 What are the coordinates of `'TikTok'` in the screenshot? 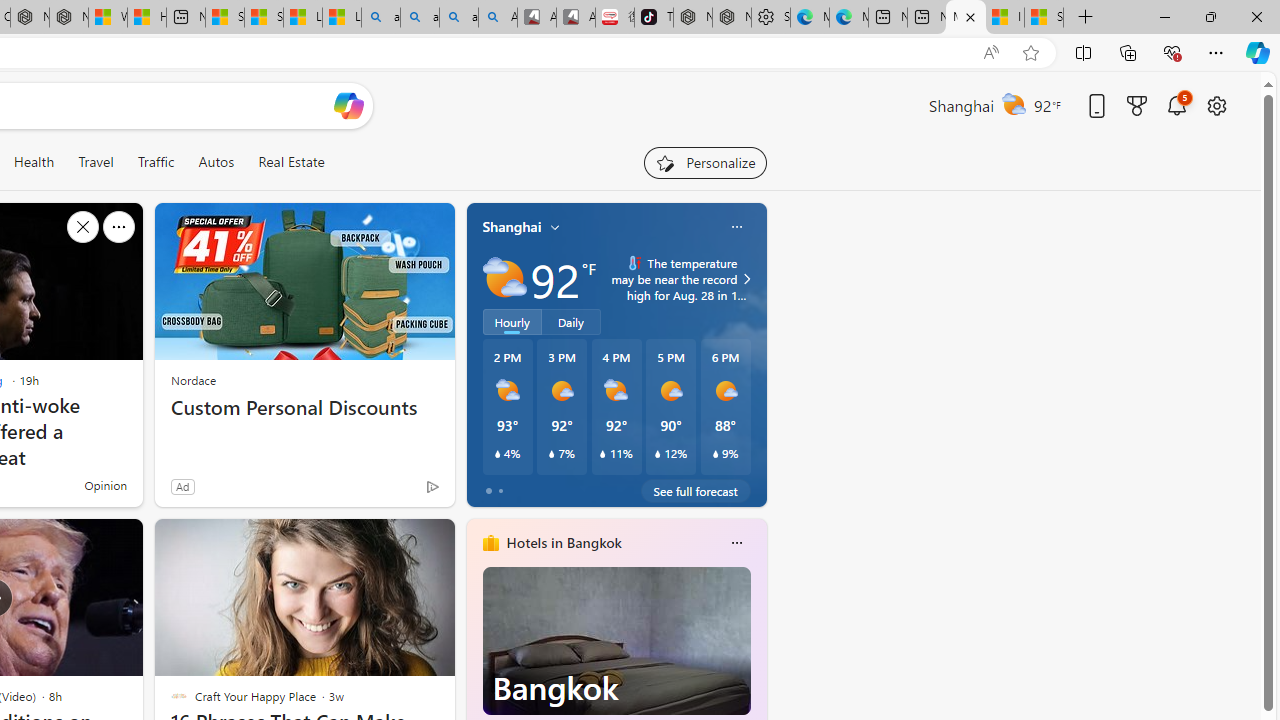 It's located at (654, 17).